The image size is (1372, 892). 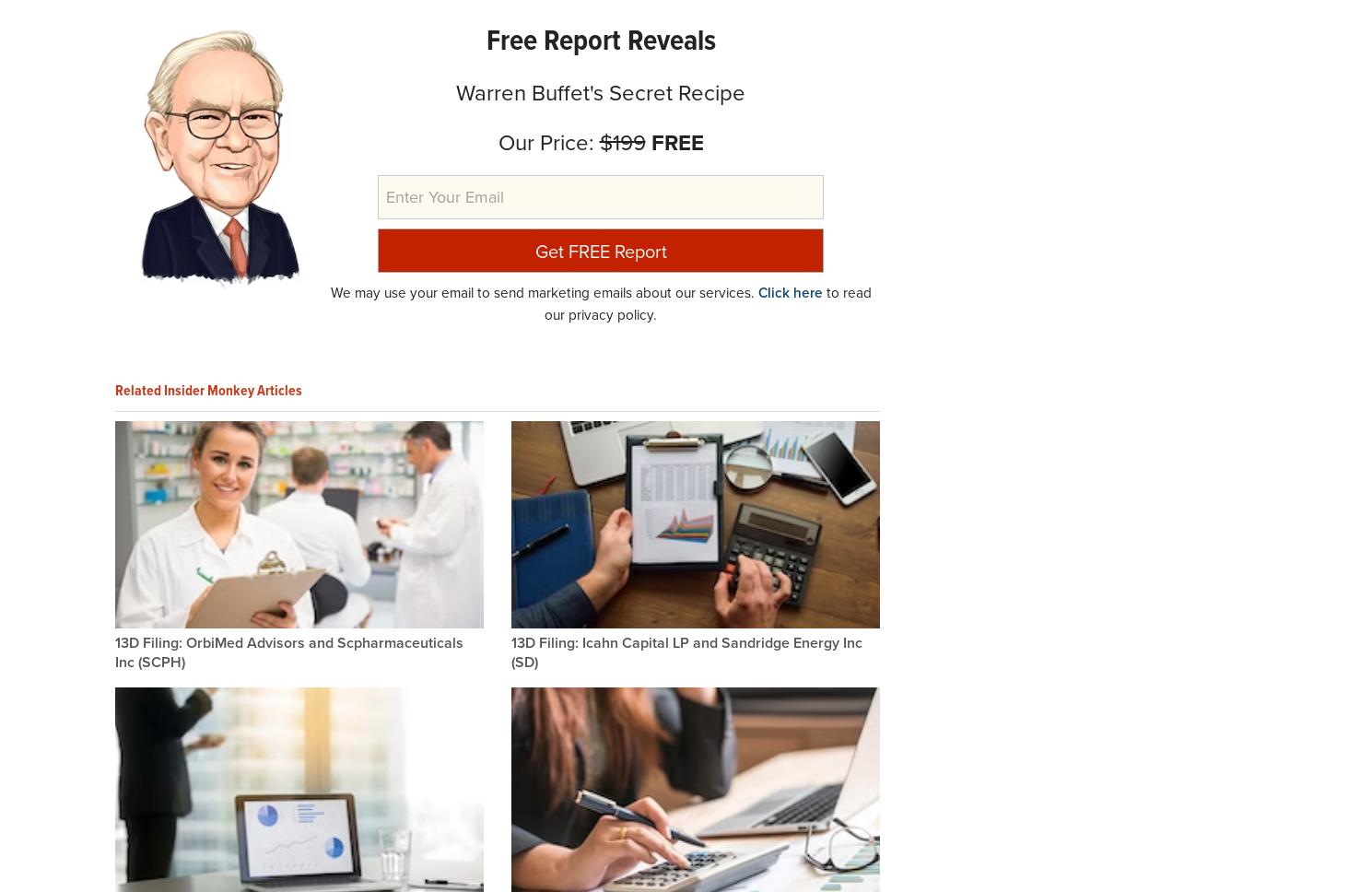 I want to click on 'to read our privacy policy.', so click(x=544, y=303).